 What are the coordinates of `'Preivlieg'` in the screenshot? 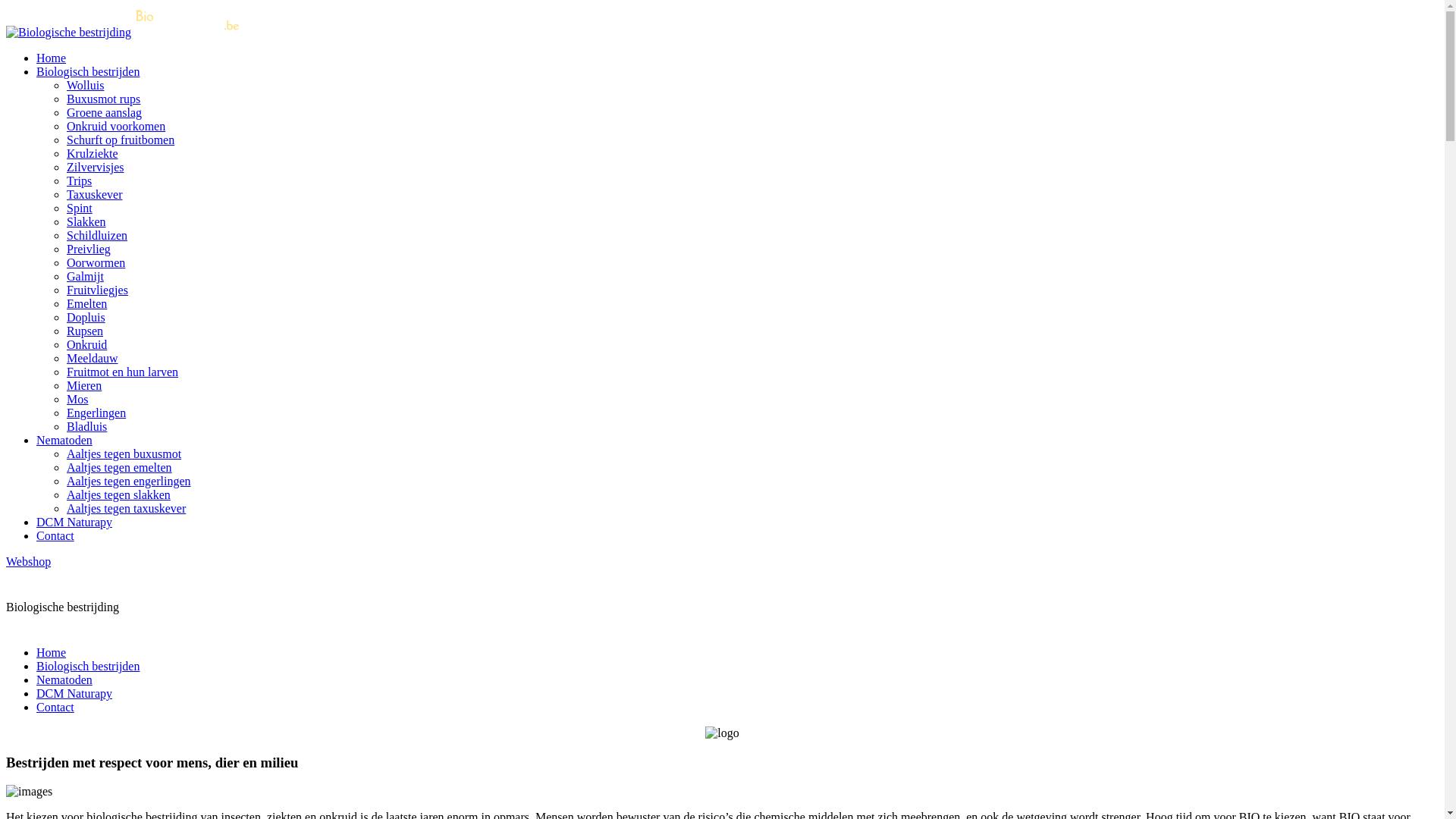 It's located at (87, 248).